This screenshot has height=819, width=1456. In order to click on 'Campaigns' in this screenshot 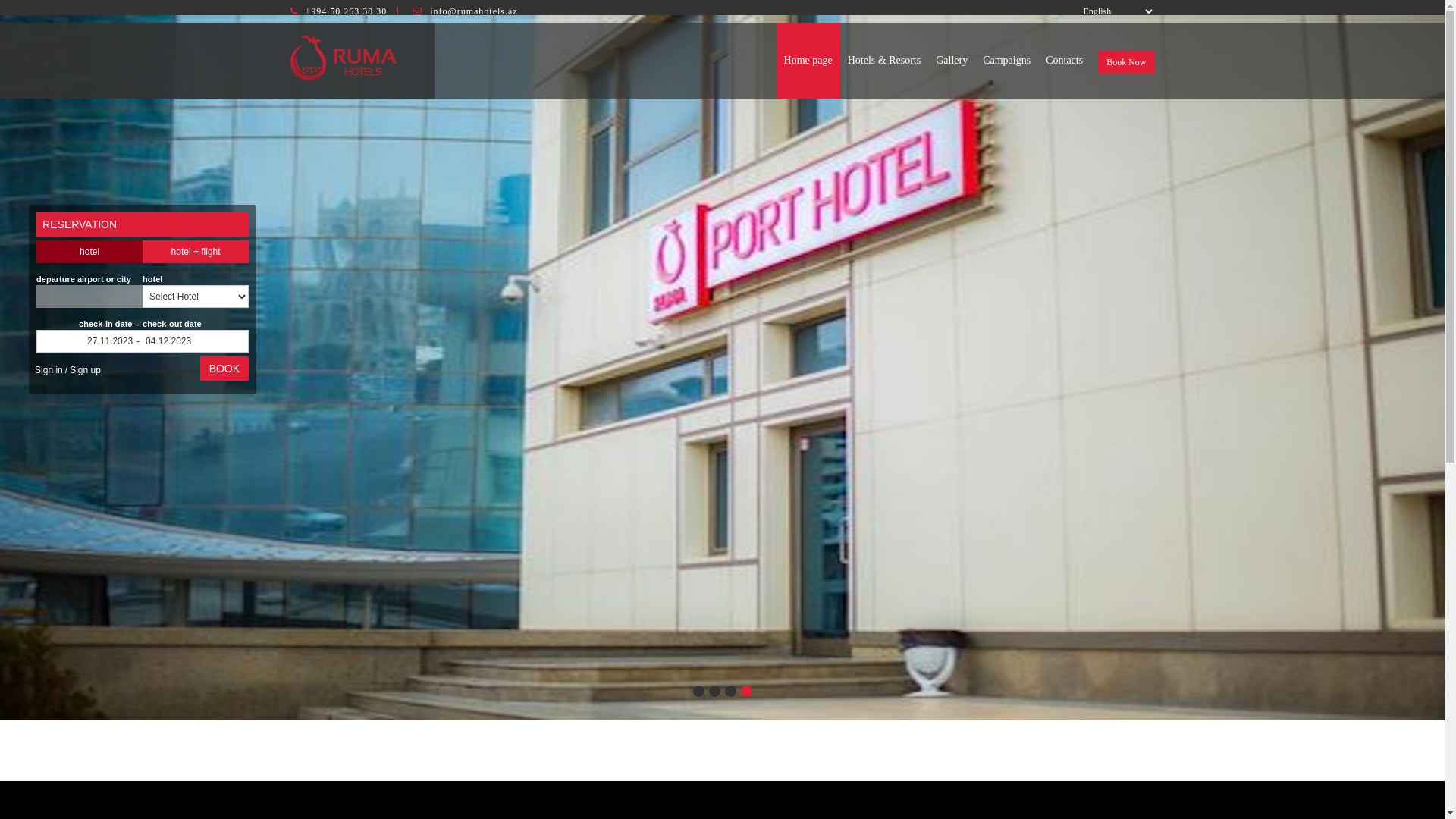, I will do `click(975, 60)`.